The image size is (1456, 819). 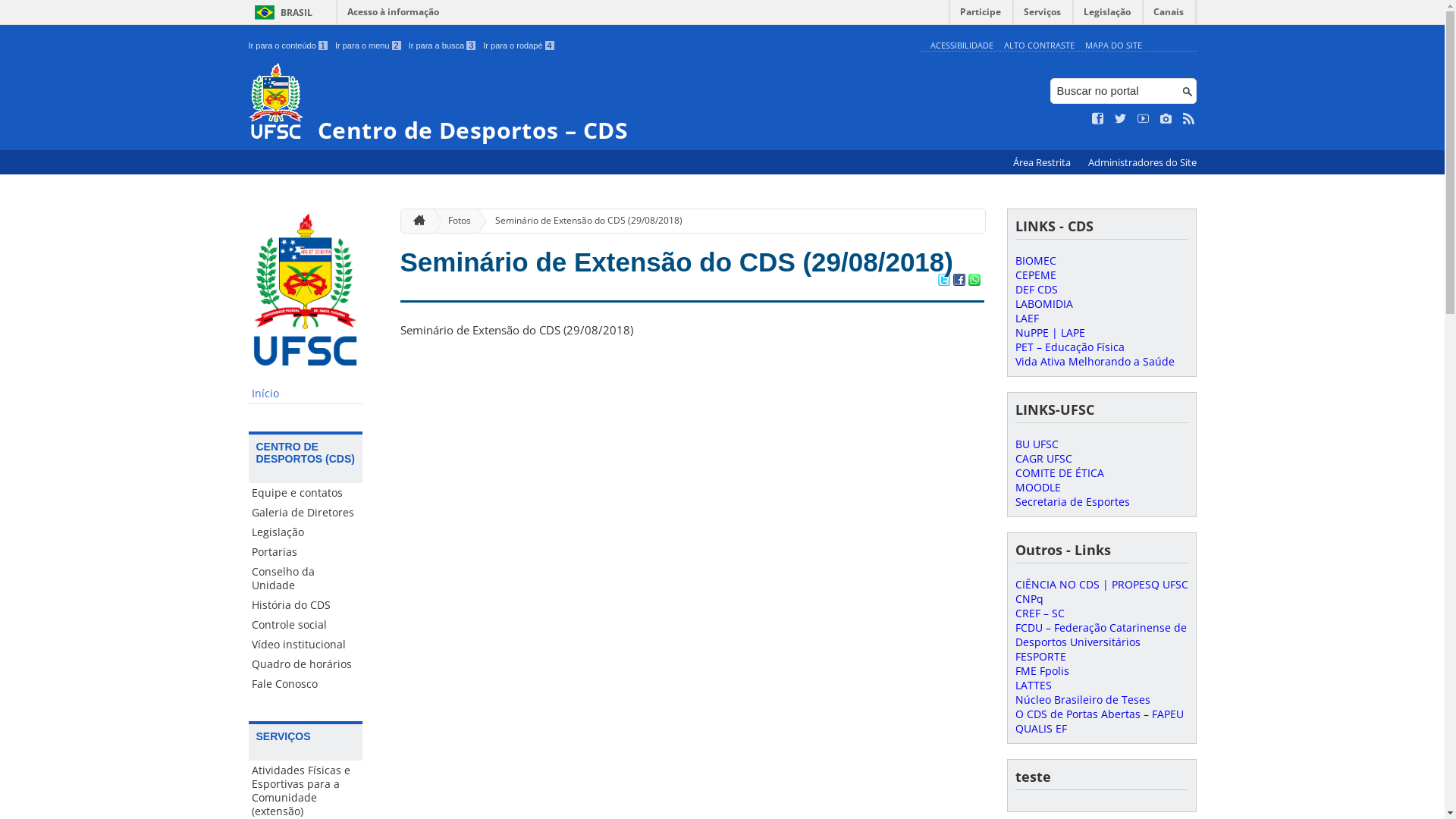 What do you see at coordinates (1035, 444) in the screenshot?
I see `'BU UFSC'` at bounding box center [1035, 444].